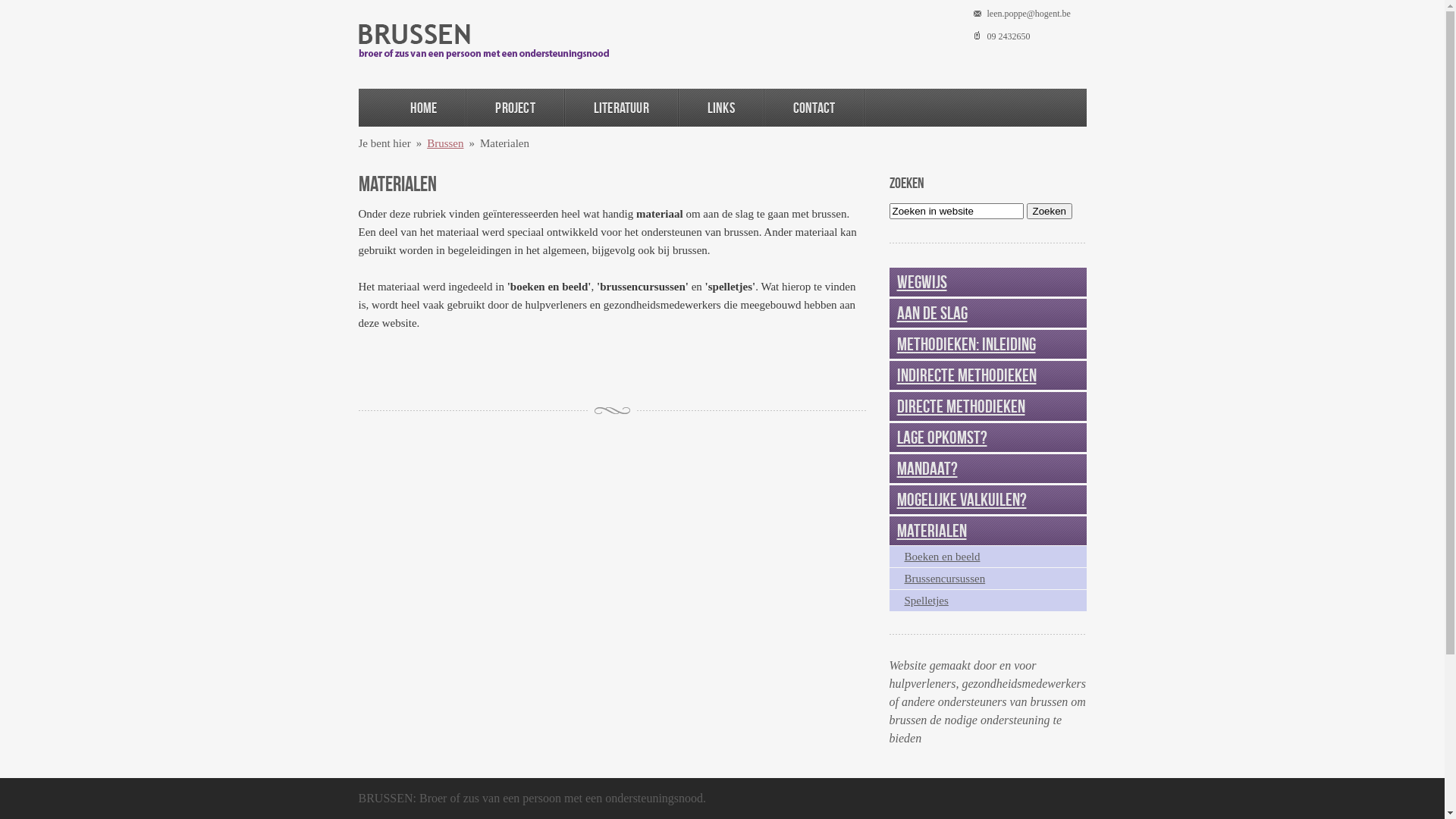  I want to click on 'Lage opkomst?', so click(940, 438).